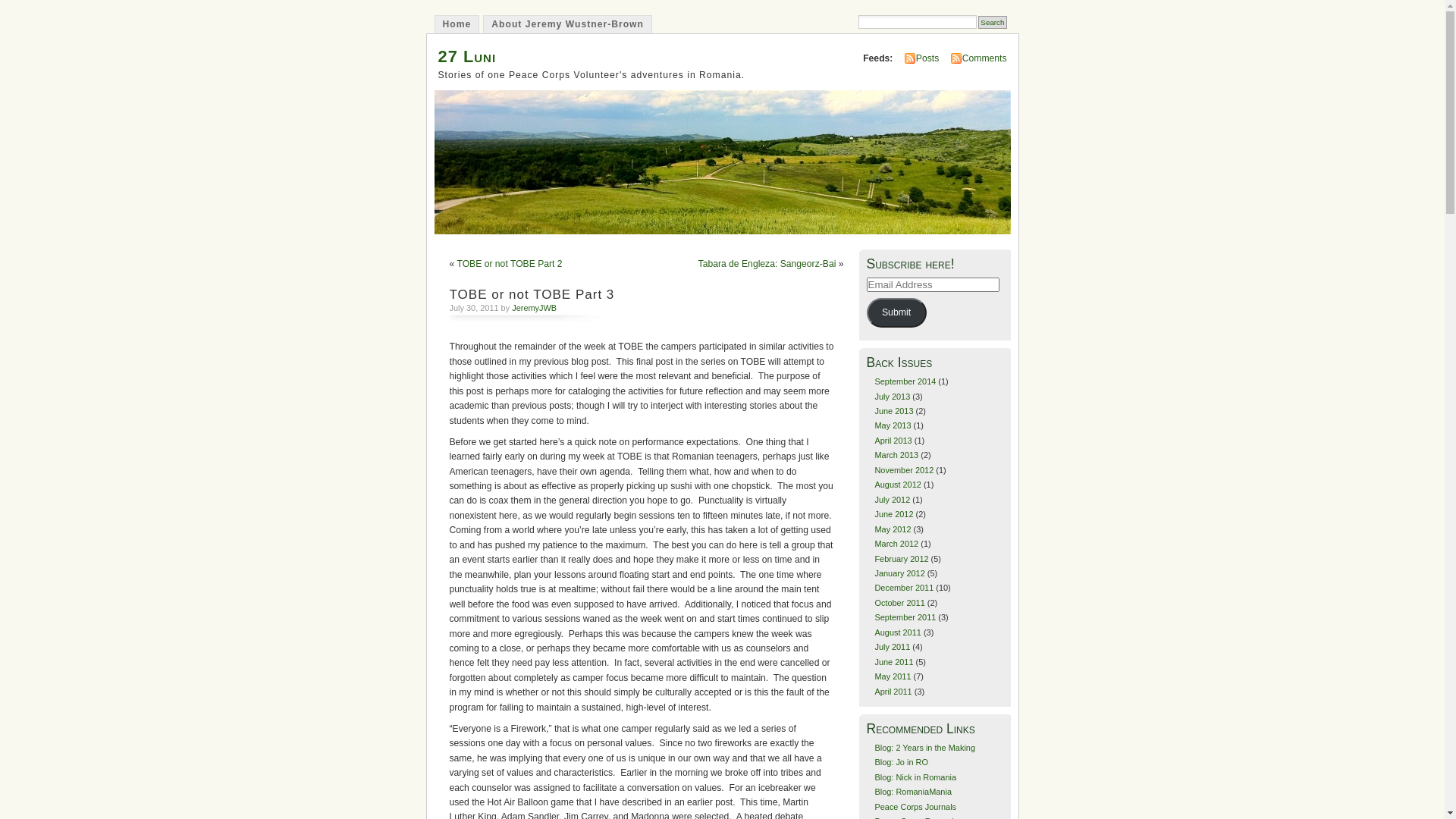 Image resolution: width=1456 pixels, height=819 pixels. I want to click on 'TOBE or not TOBE Part 2', so click(455, 262).